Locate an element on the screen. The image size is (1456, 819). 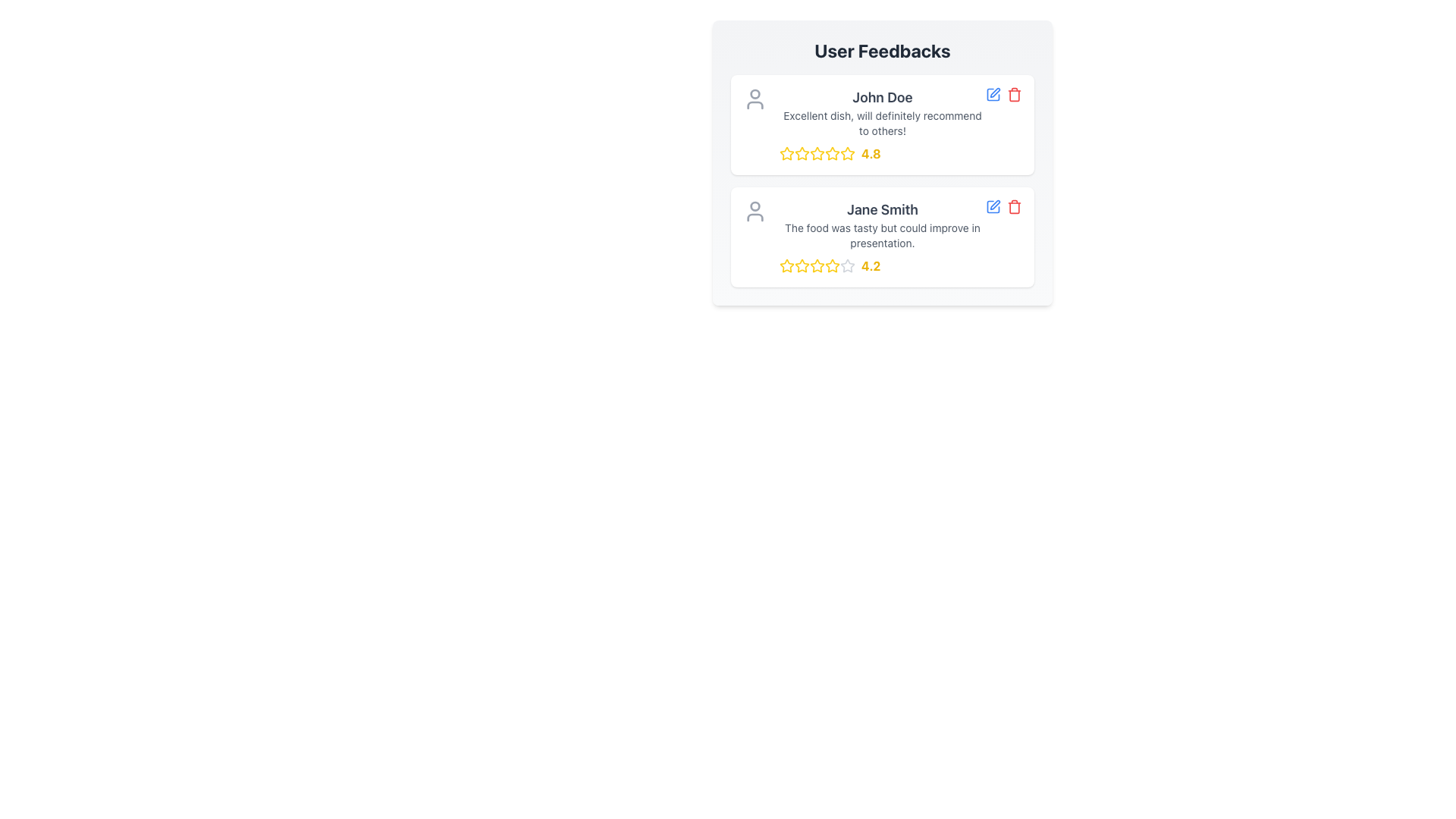
the text label that displays the numeric rating value next to the star rating group in the feedback card labeled 'John Doe' is located at coordinates (871, 154).